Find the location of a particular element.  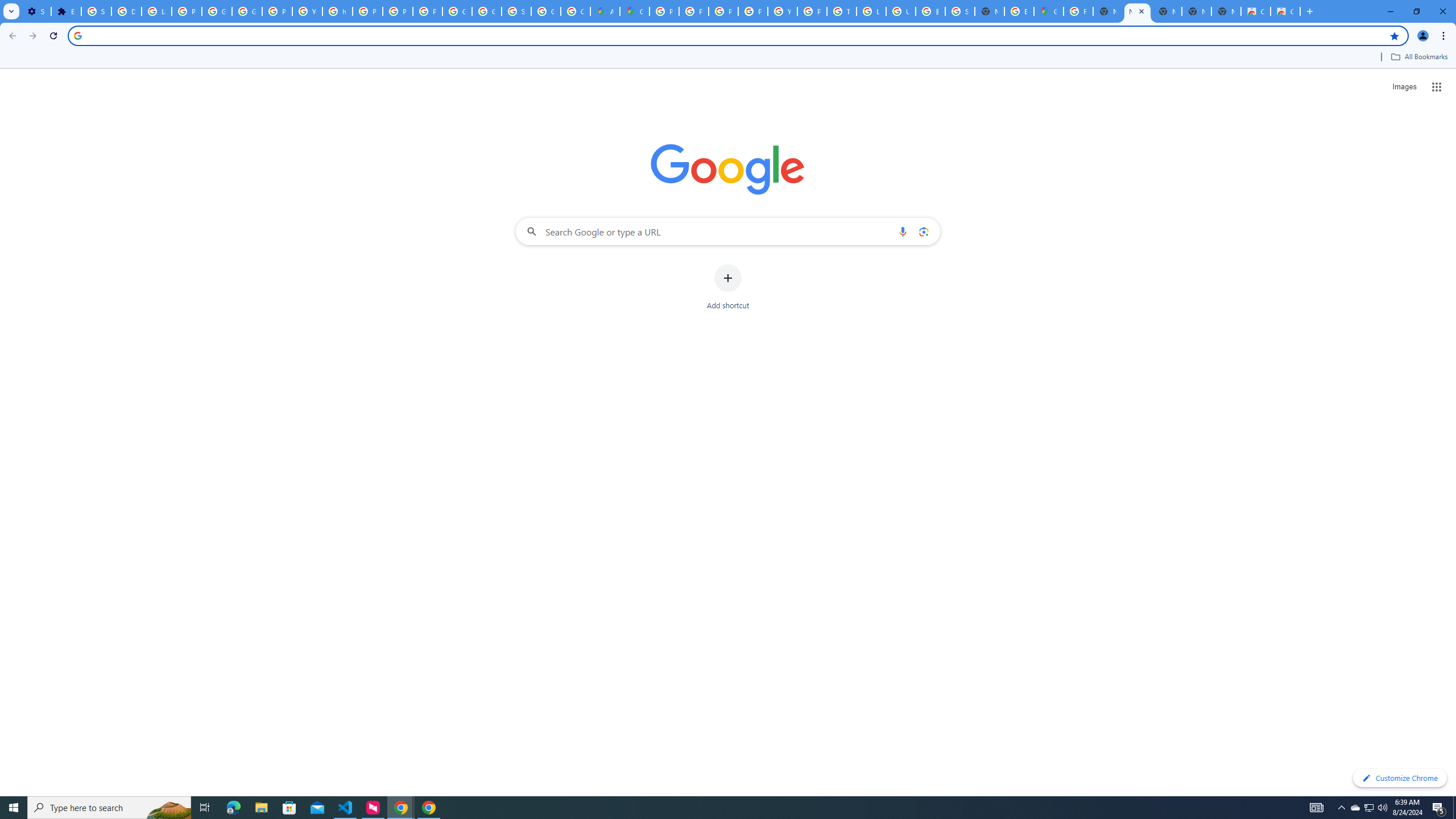

'Search for Images ' is located at coordinates (1404, 87).